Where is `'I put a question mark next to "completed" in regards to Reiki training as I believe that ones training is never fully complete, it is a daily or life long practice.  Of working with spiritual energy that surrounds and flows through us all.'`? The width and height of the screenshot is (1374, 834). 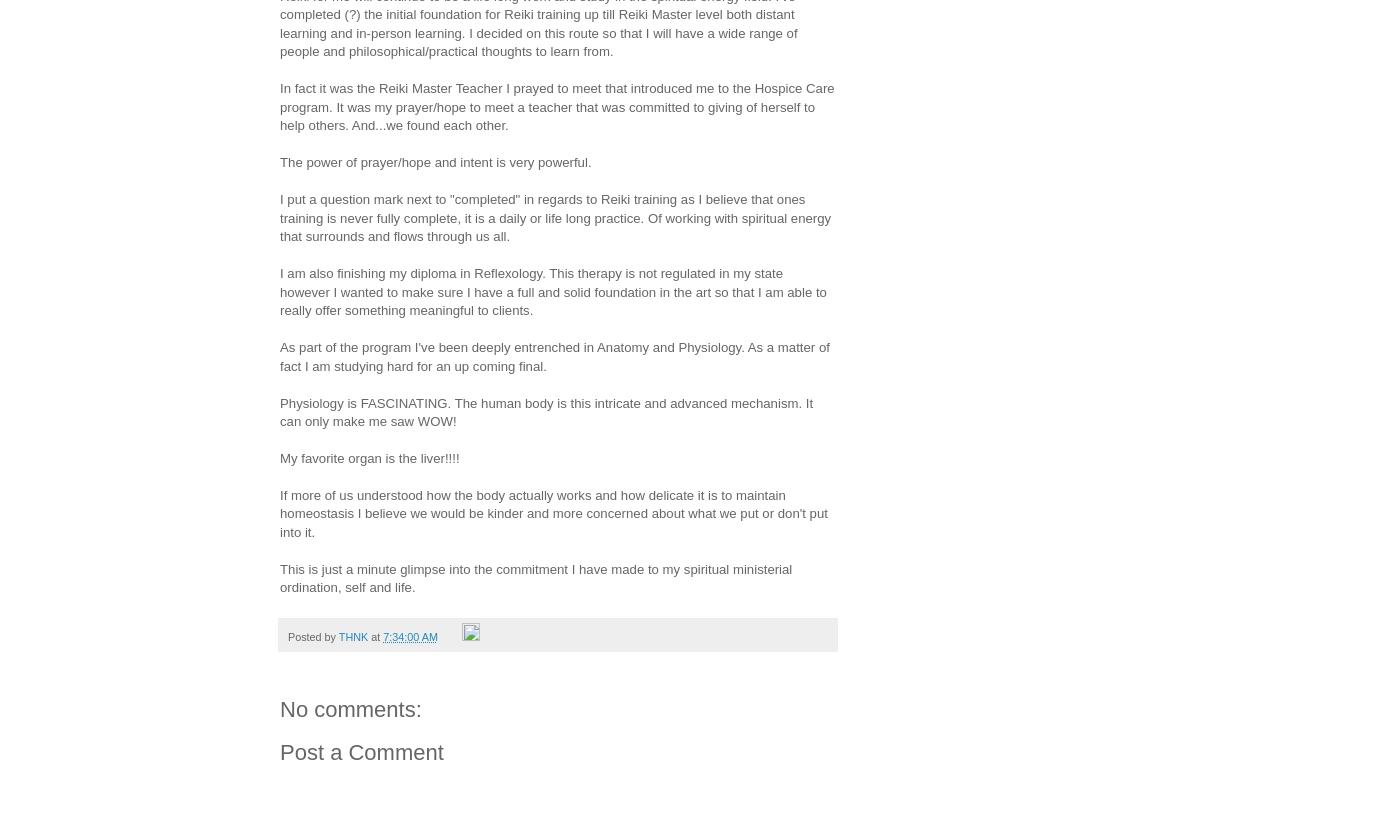 'I put a question mark next to "completed" in regards to Reiki training as I believe that ones training is never fully complete, it is a daily or life long practice.  Of working with spiritual energy that surrounds and flows through us all.' is located at coordinates (279, 217).